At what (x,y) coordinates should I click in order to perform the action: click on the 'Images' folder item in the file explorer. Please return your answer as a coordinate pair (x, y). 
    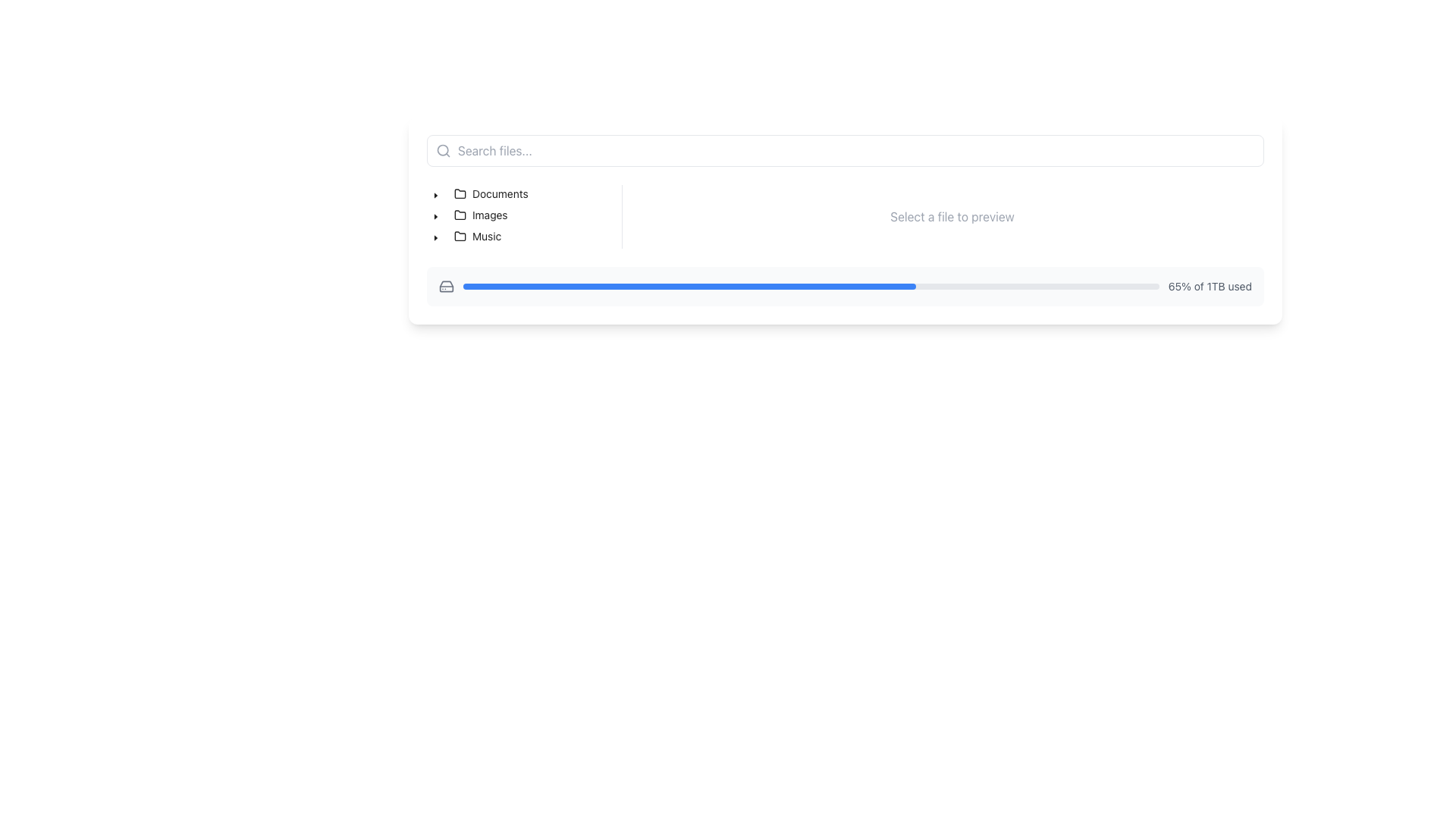
    Looking at the image, I should click on (479, 215).